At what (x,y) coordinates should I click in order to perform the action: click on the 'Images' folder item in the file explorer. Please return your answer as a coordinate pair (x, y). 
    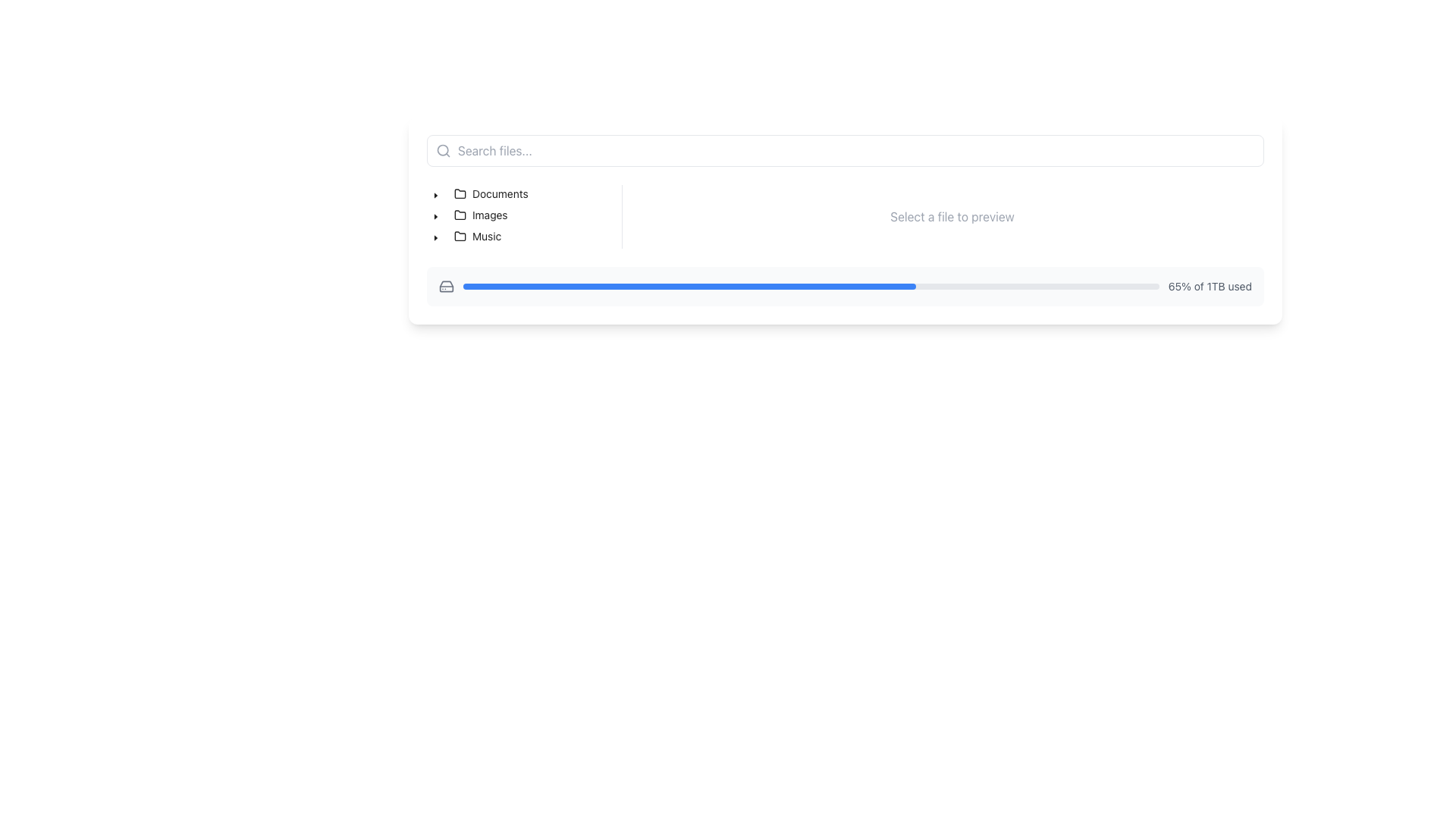
    Looking at the image, I should click on (479, 215).